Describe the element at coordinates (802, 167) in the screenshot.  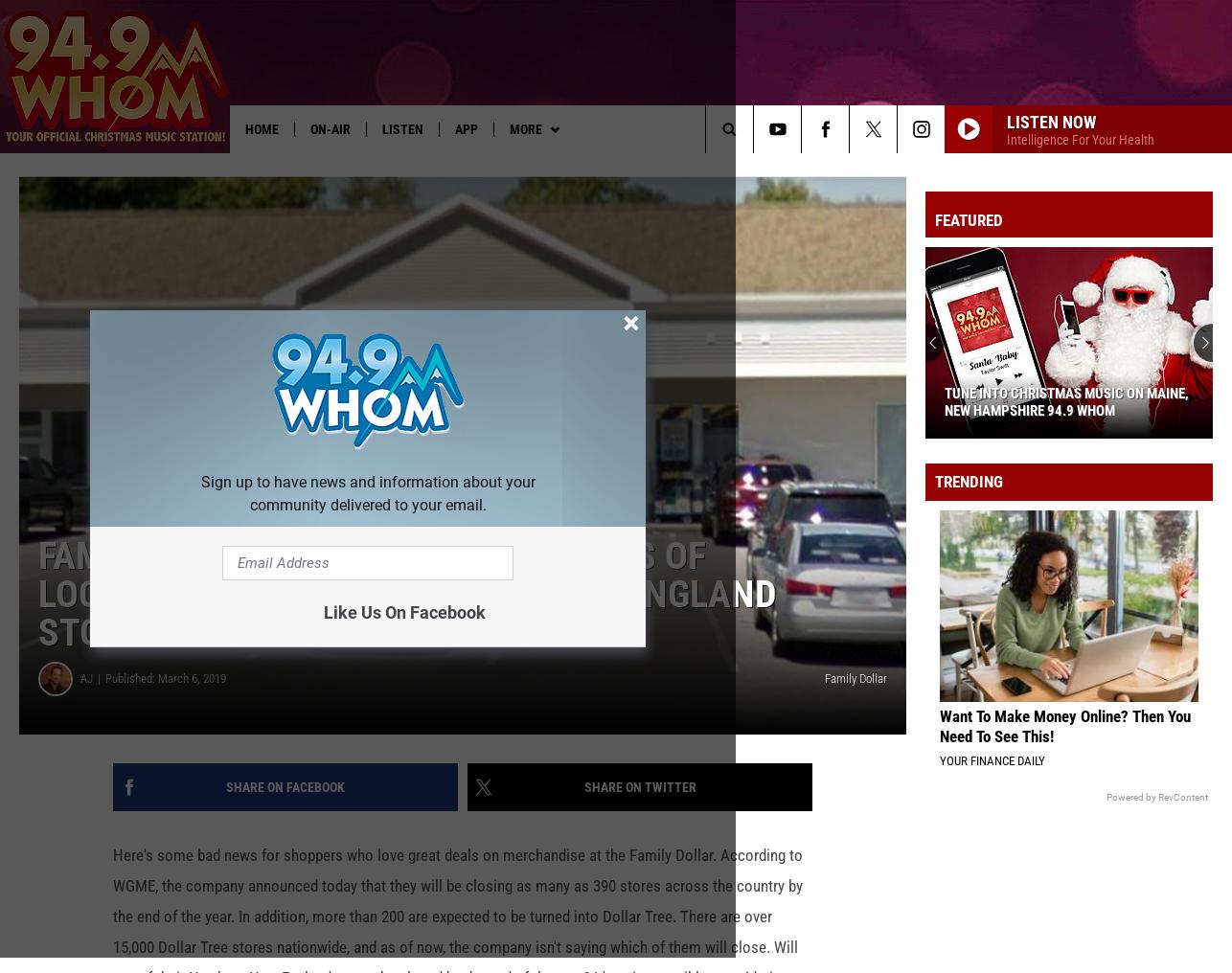
I see `'TSO in Philly'` at that location.